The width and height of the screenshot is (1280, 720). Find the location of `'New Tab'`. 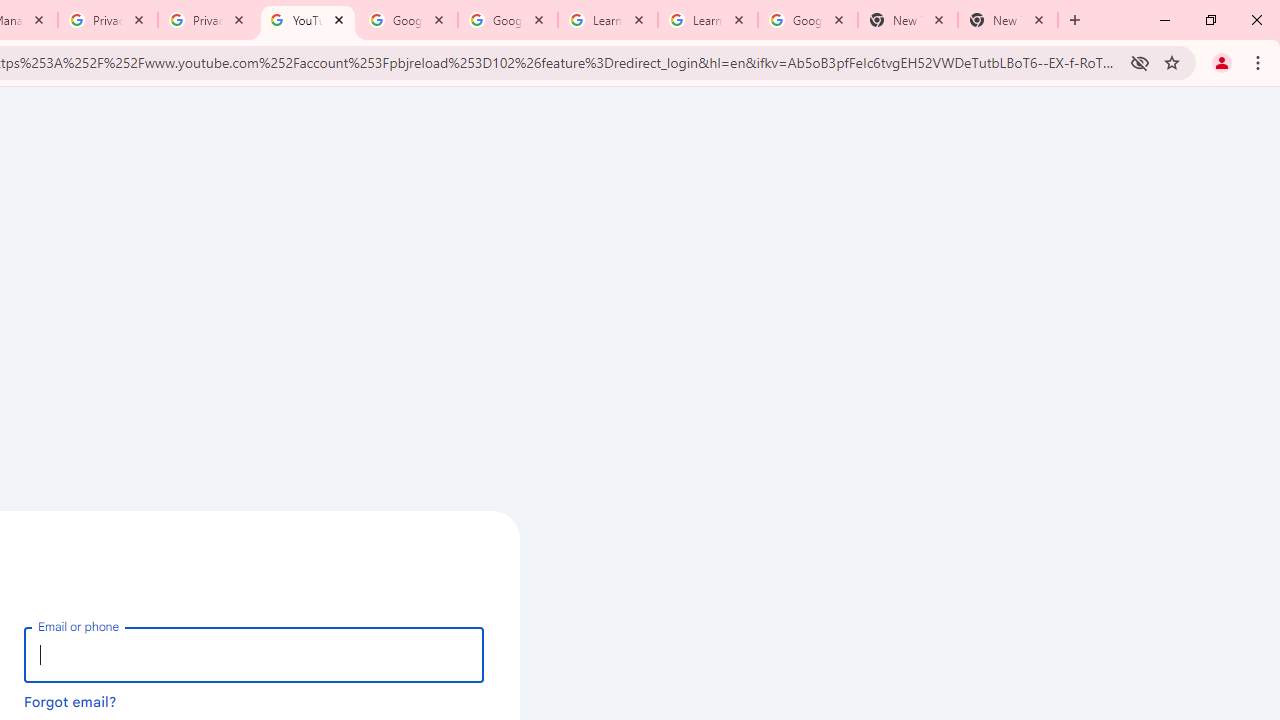

'New Tab' is located at coordinates (1008, 20).